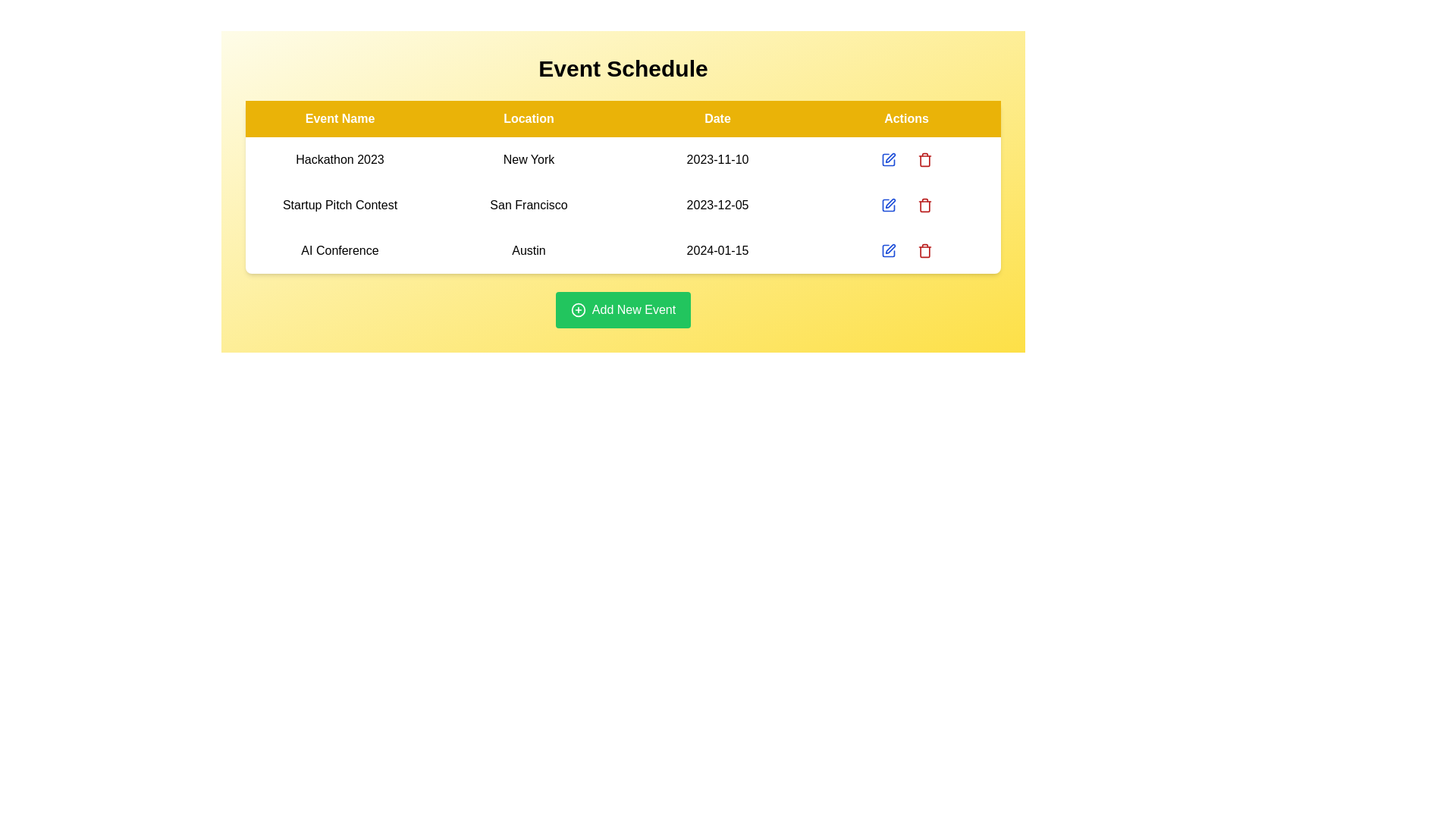 The width and height of the screenshot is (1456, 819). Describe the element at coordinates (339, 160) in the screenshot. I see `the row of the event named Hackathon 2023 to read its details` at that location.